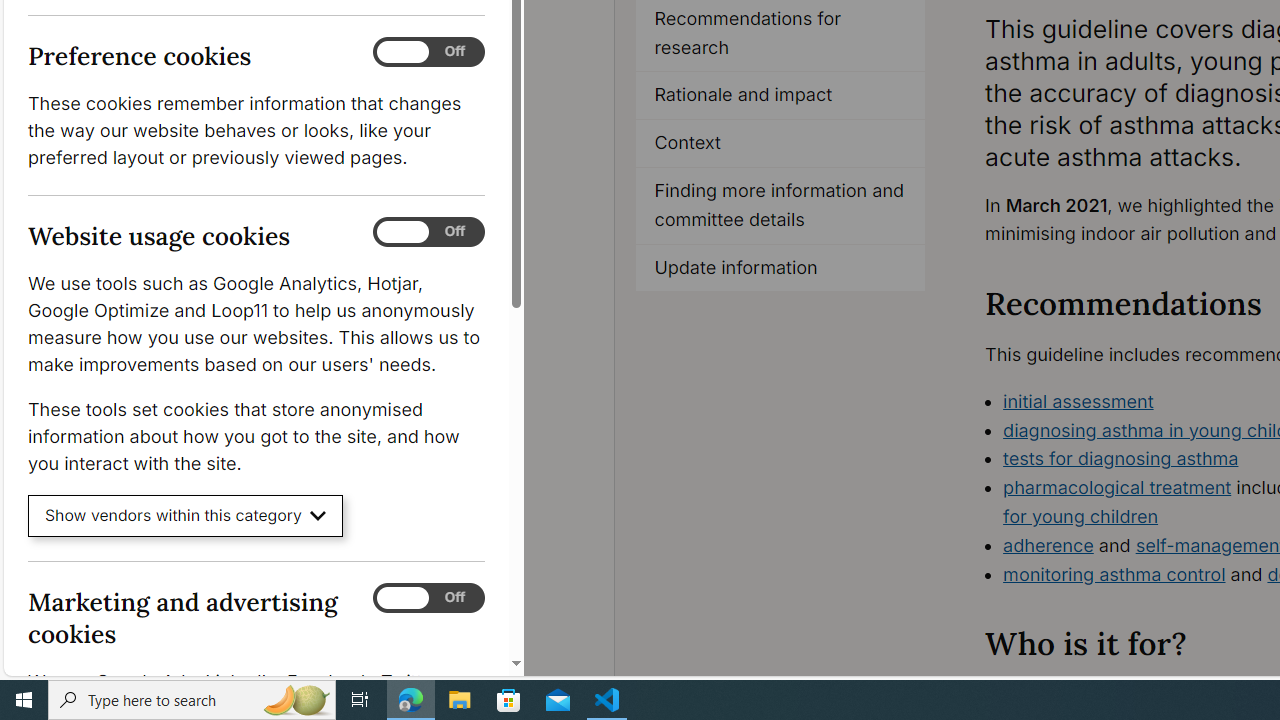 Image resolution: width=1280 pixels, height=720 pixels. What do you see at coordinates (779, 143) in the screenshot?
I see `'Context'` at bounding box center [779, 143].